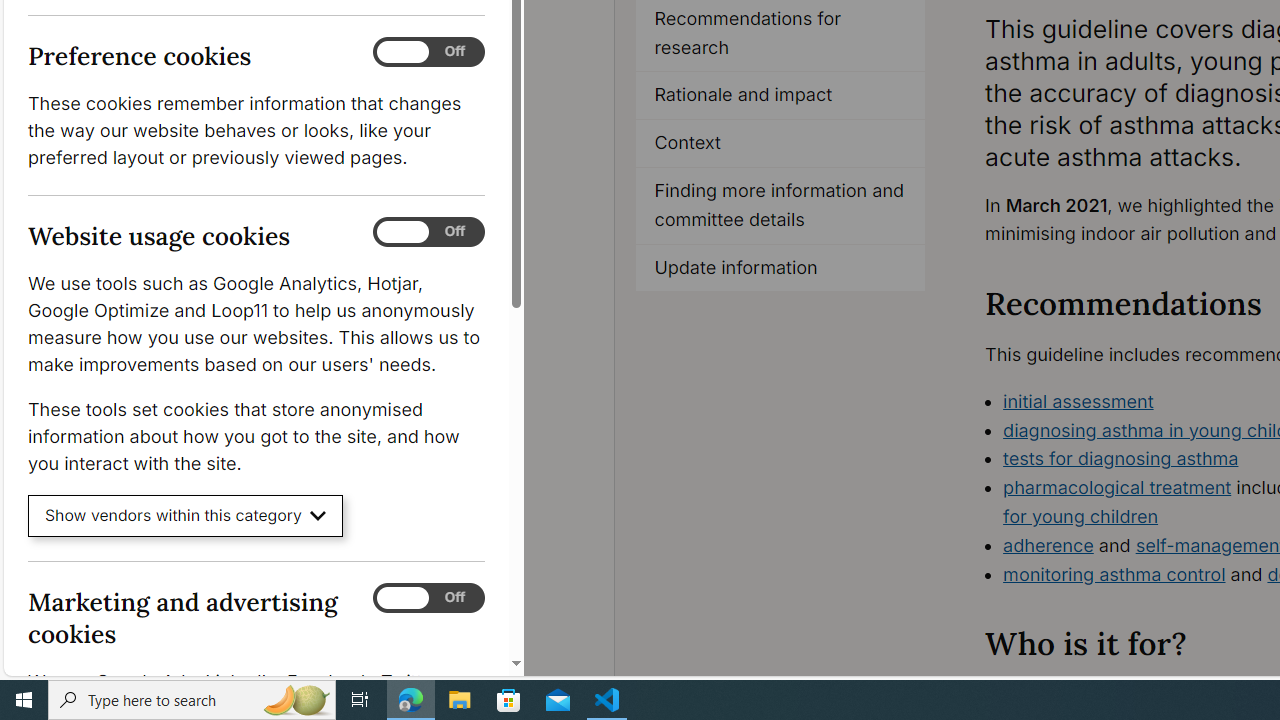 Image resolution: width=1280 pixels, height=720 pixels. What do you see at coordinates (779, 143) in the screenshot?
I see `'Context'` at bounding box center [779, 143].